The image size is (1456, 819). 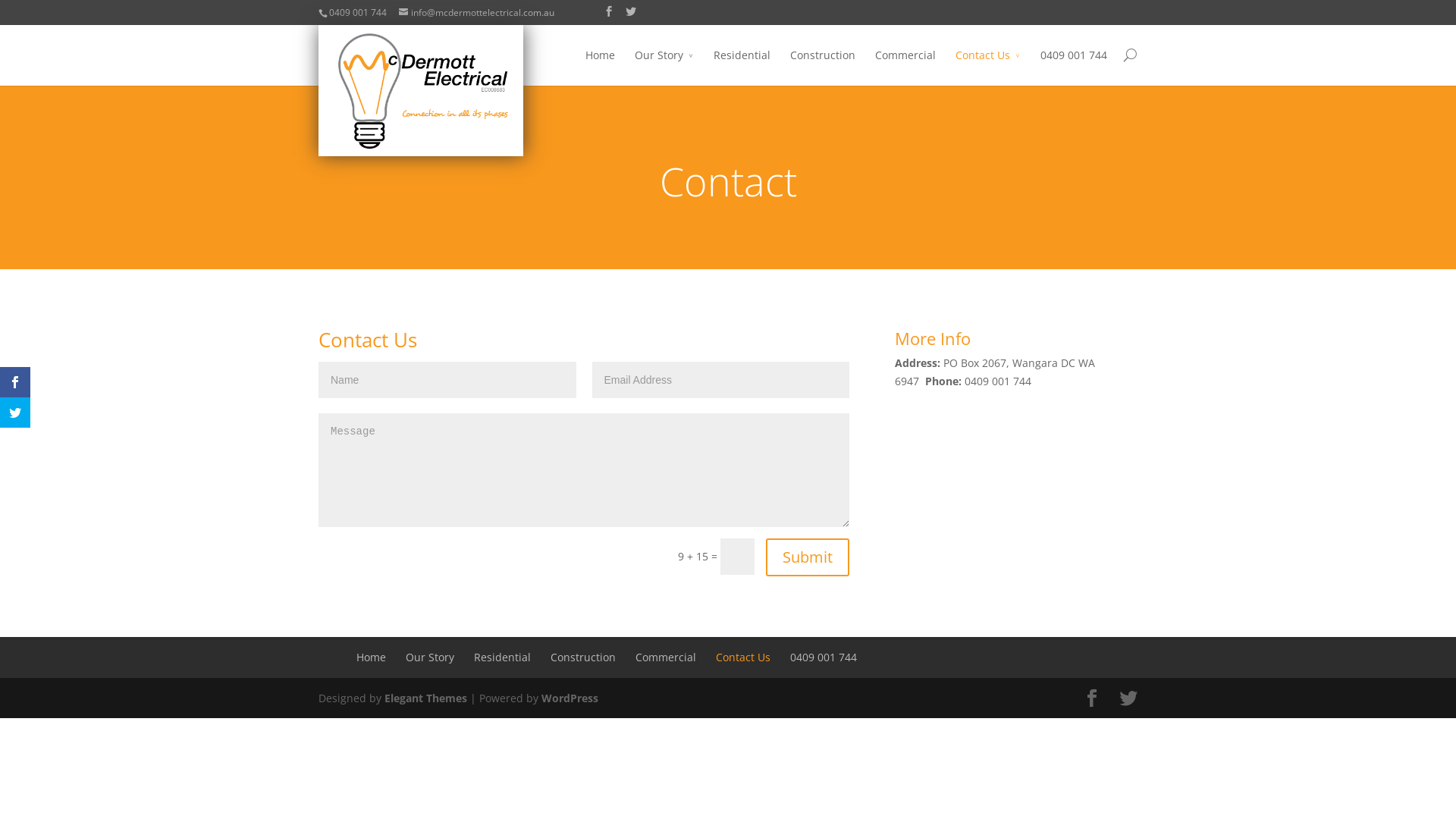 What do you see at coordinates (742, 65) in the screenshot?
I see `'Residential'` at bounding box center [742, 65].